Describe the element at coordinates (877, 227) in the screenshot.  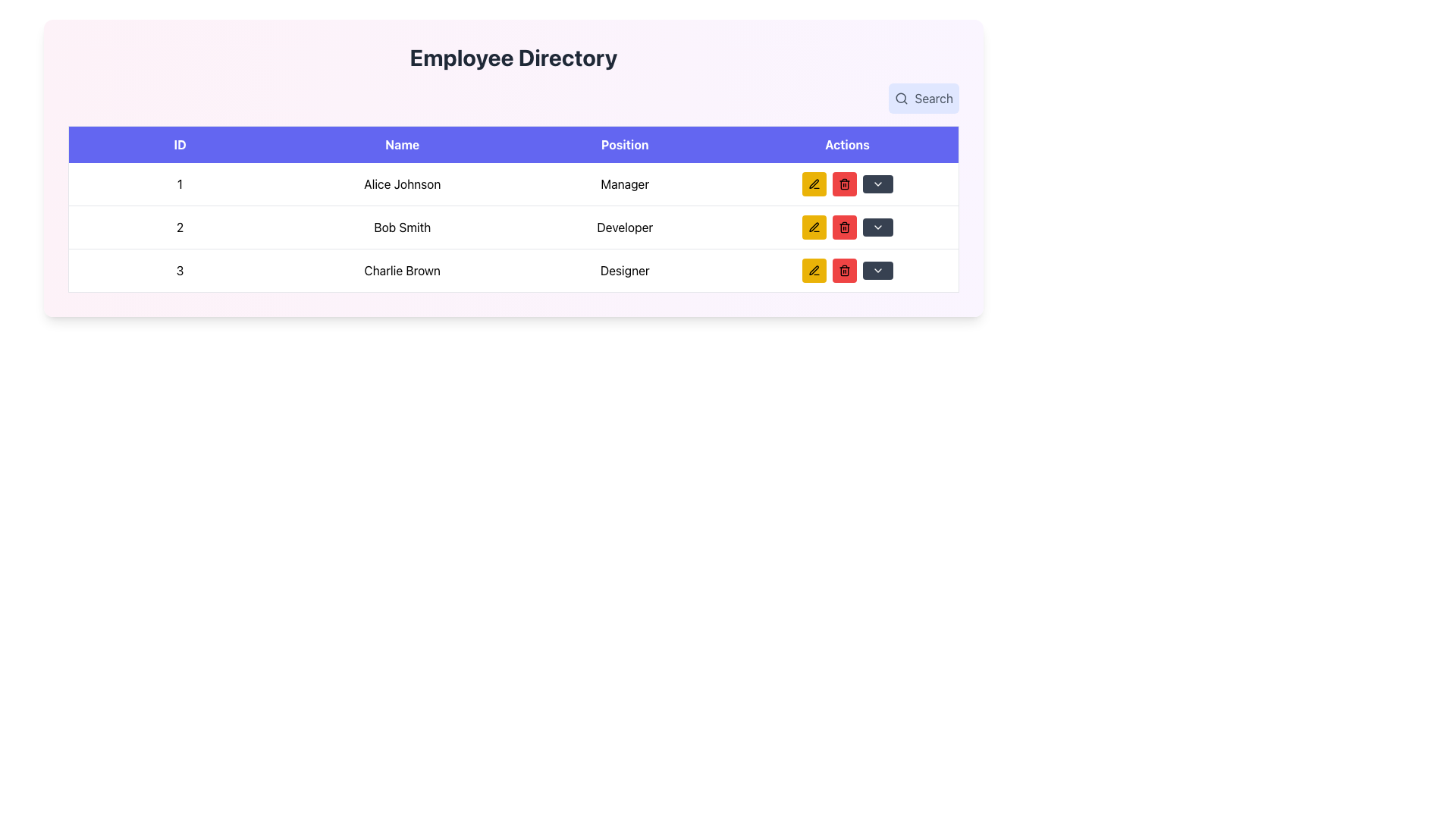
I see `the small rectangular button with rounded corners and a dark gray background, which has a white downward-facing chevron icon, located in the 'Actions' column of the second row of the employee directory table` at that location.